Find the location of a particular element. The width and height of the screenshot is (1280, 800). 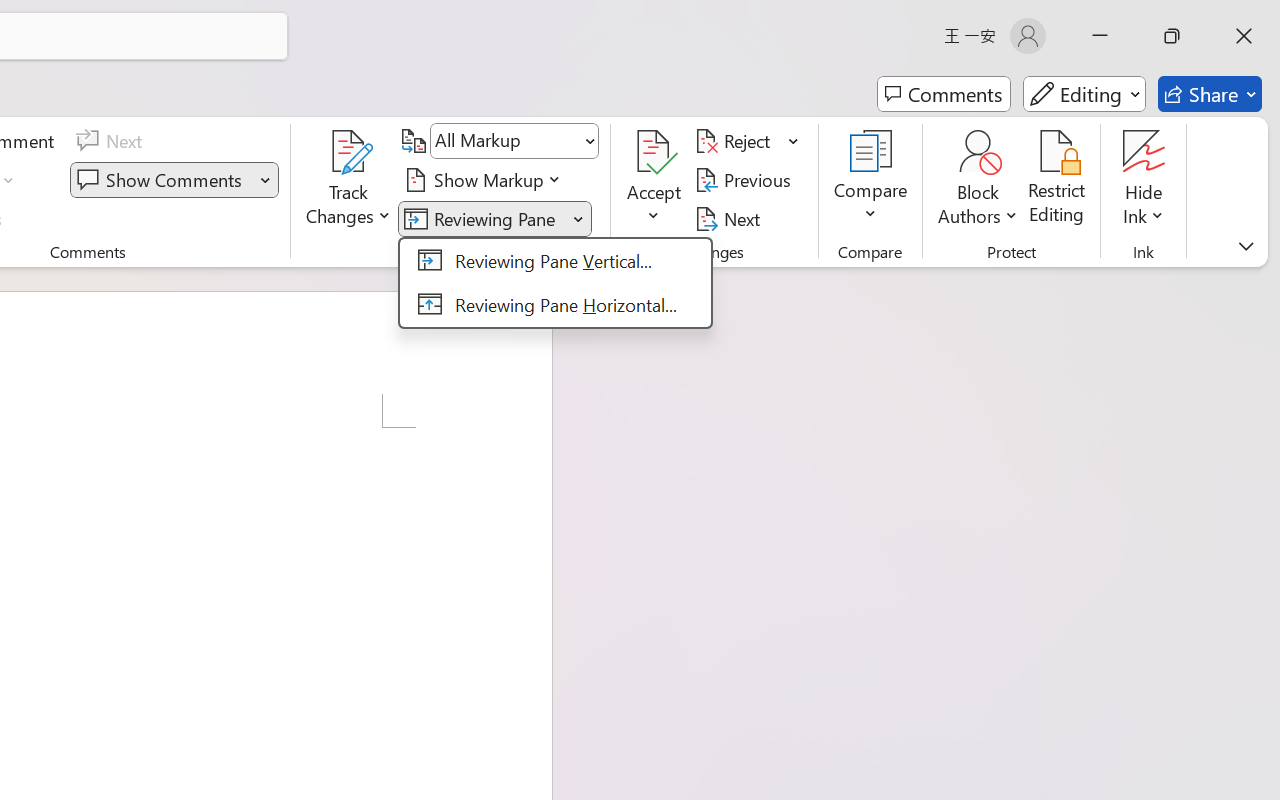

'Block Authors' is located at coordinates (977, 151).